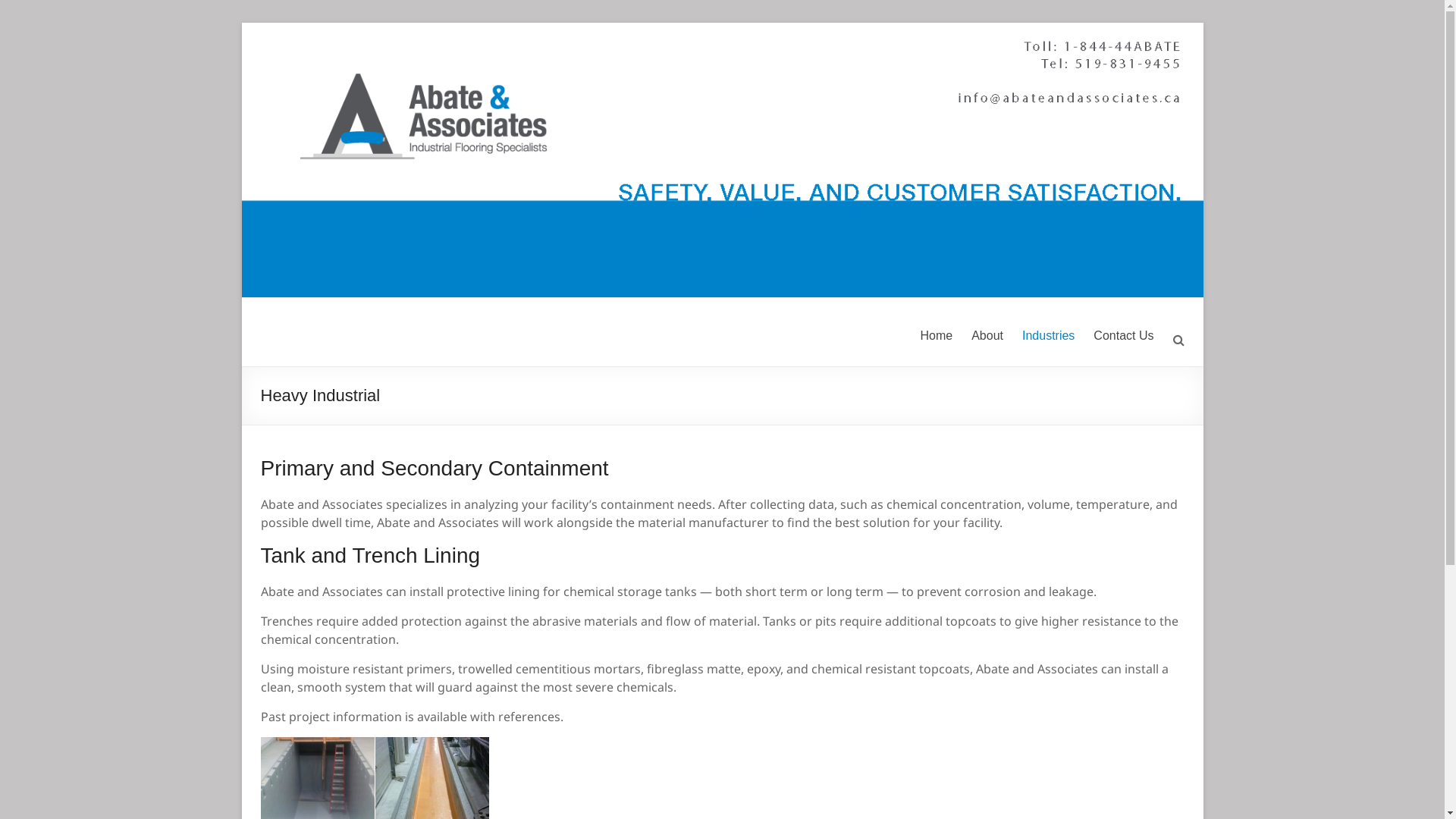 The height and width of the screenshot is (819, 1456). Describe the element at coordinates (1123, 335) in the screenshot. I see `'Contact Us'` at that location.